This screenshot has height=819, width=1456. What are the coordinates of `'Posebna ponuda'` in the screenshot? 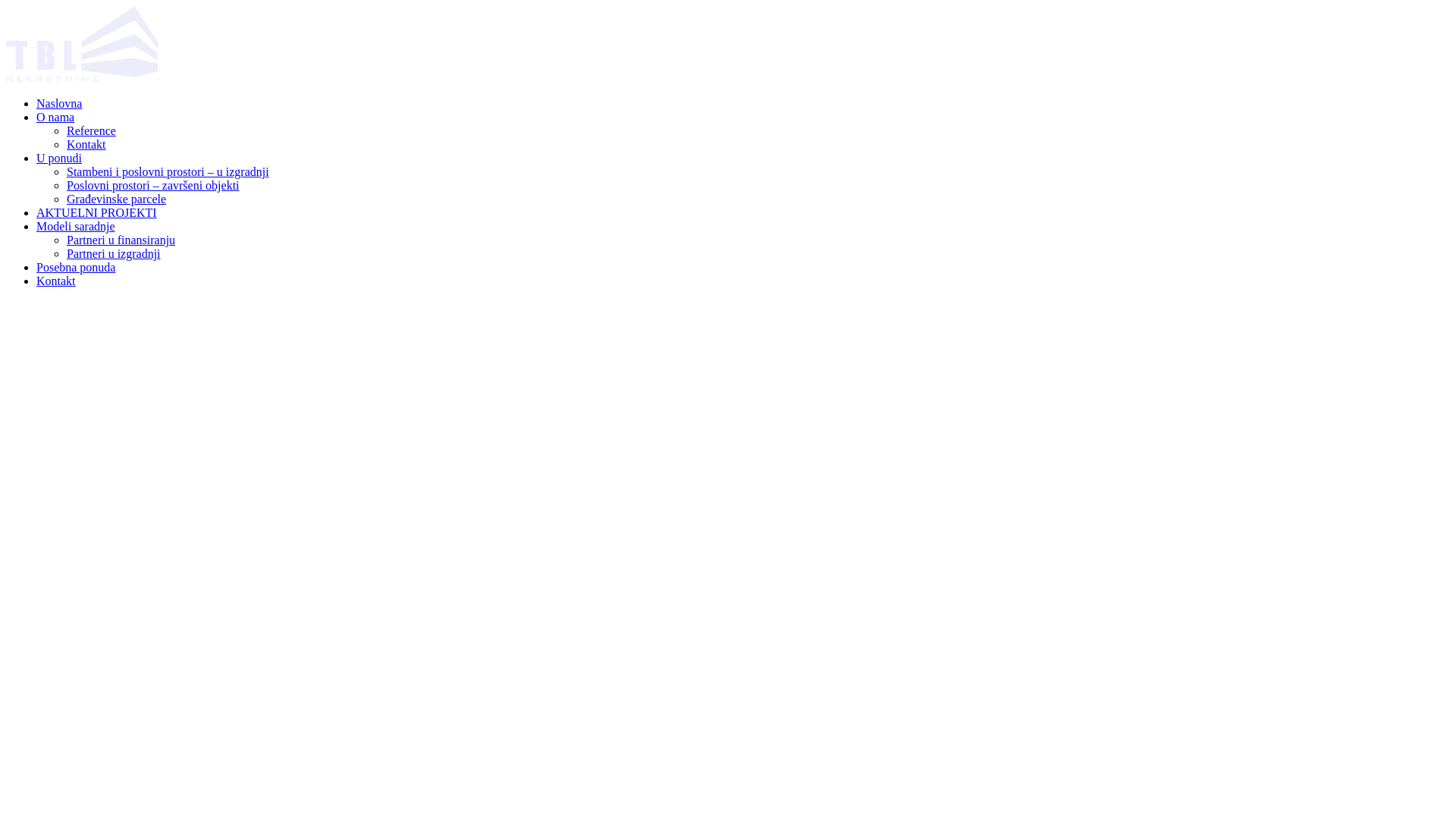 It's located at (75, 266).